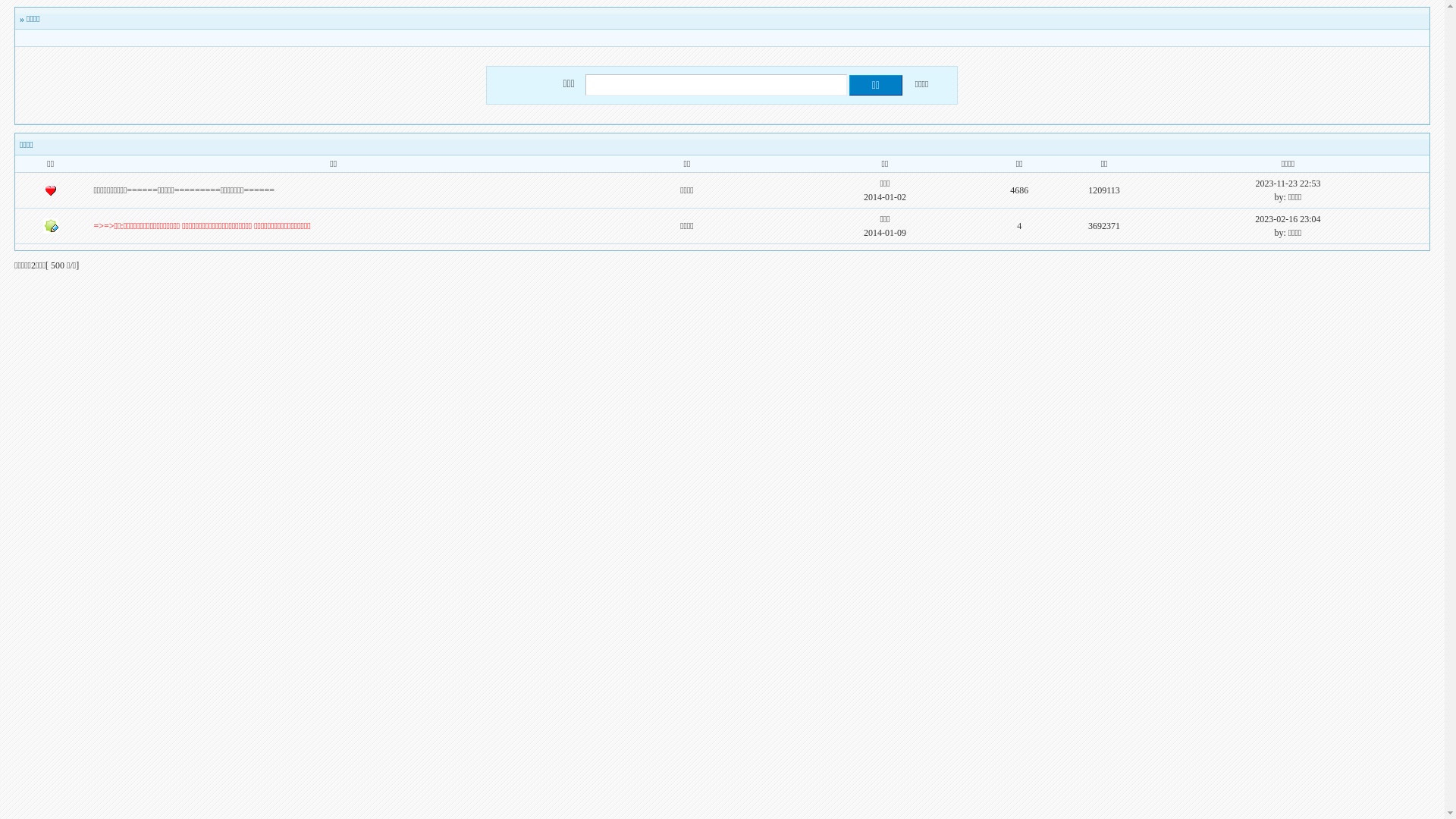 Image resolution: width=1456 pixels, height=819 pixels. I want to click on '2023-02-16 23:04', so click(1287, 219).